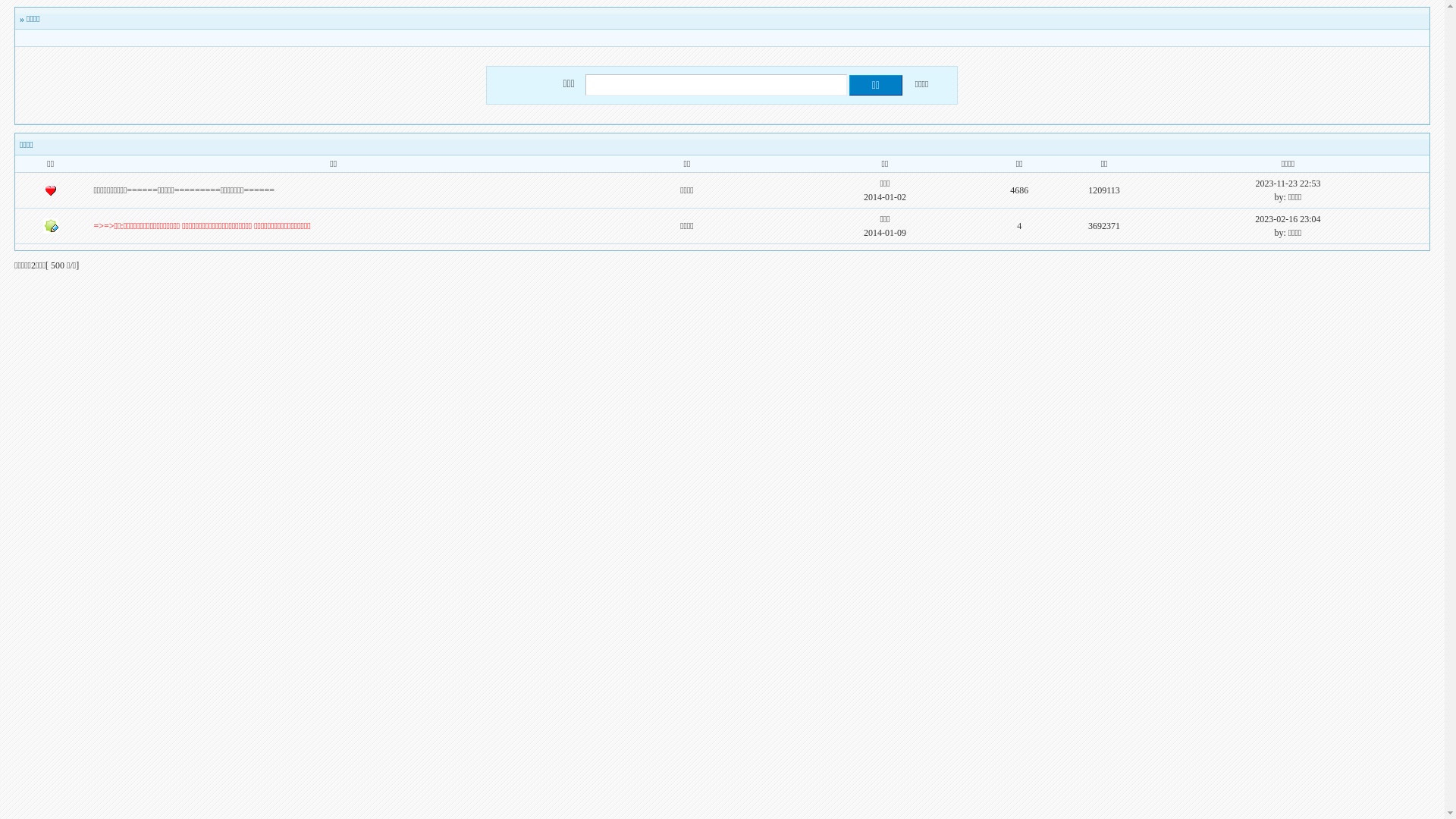 Image resolution: width=1456 pixels, height=819 pixels. I want to click on '2023-02-16 23:04', so click(1287, 219).